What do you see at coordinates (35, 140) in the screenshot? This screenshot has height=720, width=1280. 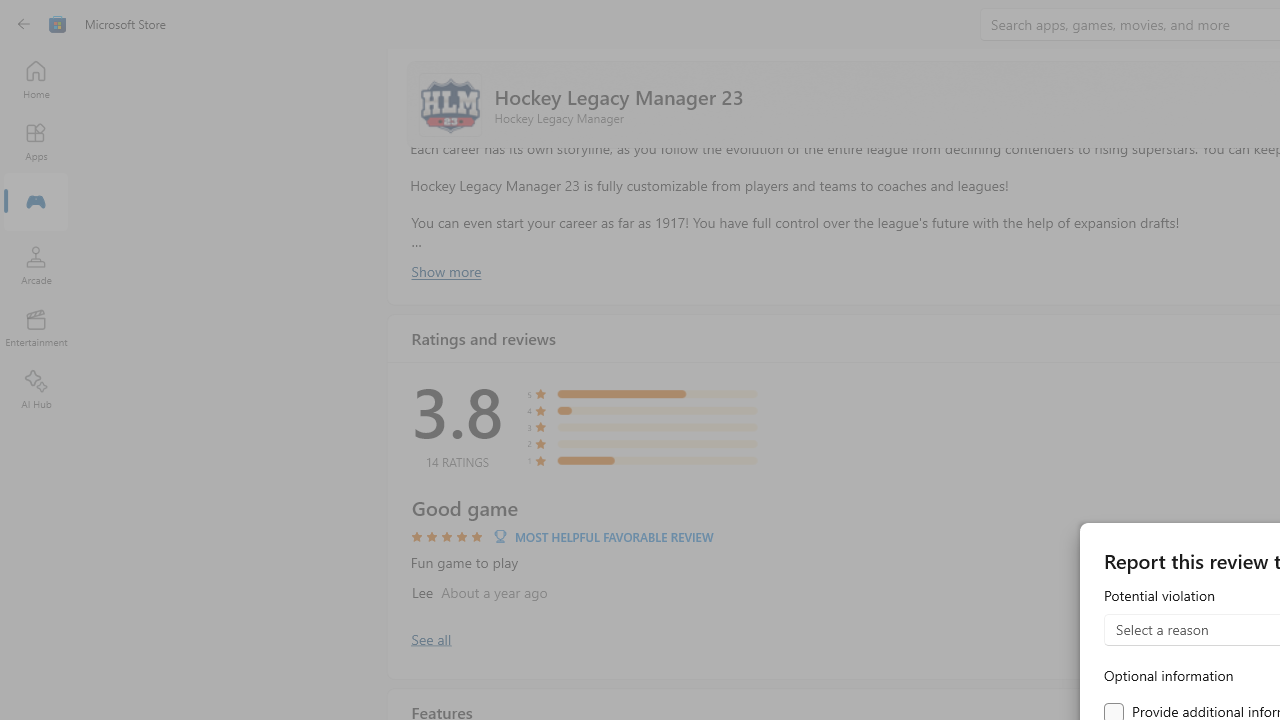 I see `'Apps'` at bounding box center [35, 140].